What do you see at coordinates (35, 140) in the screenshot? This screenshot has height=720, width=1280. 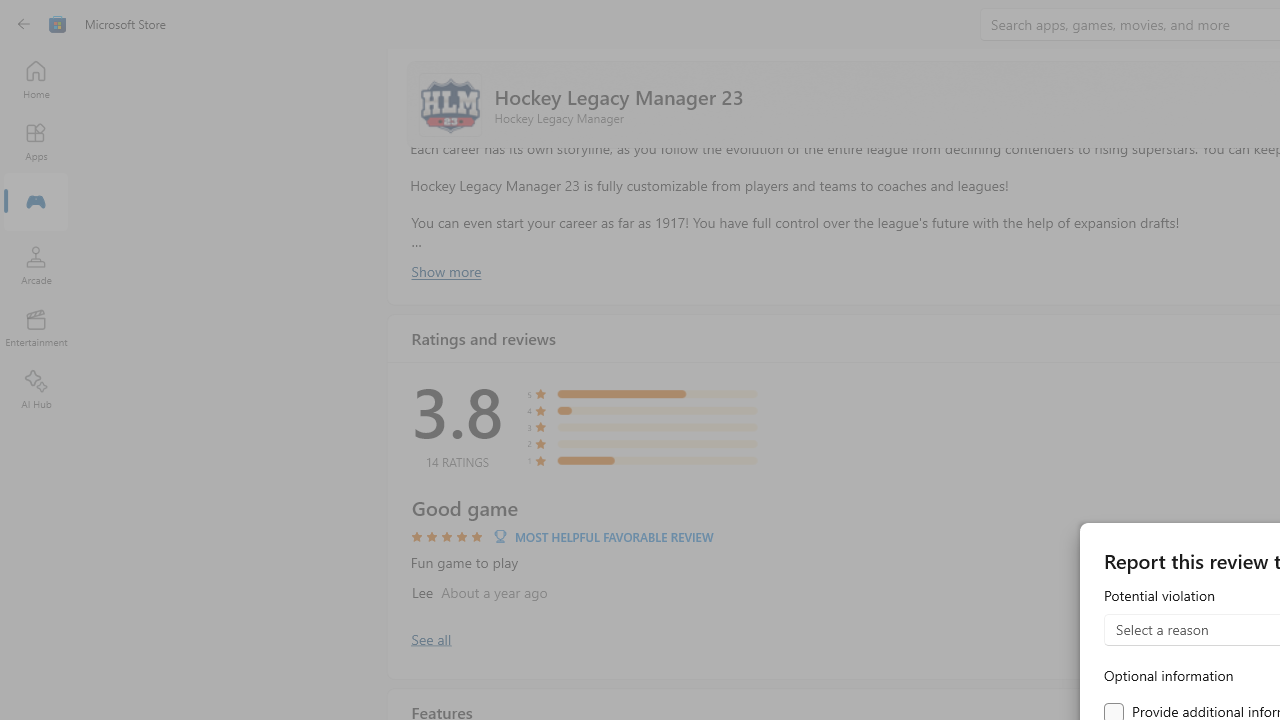 I see `'Apps'` at bounding box center [35, 140].